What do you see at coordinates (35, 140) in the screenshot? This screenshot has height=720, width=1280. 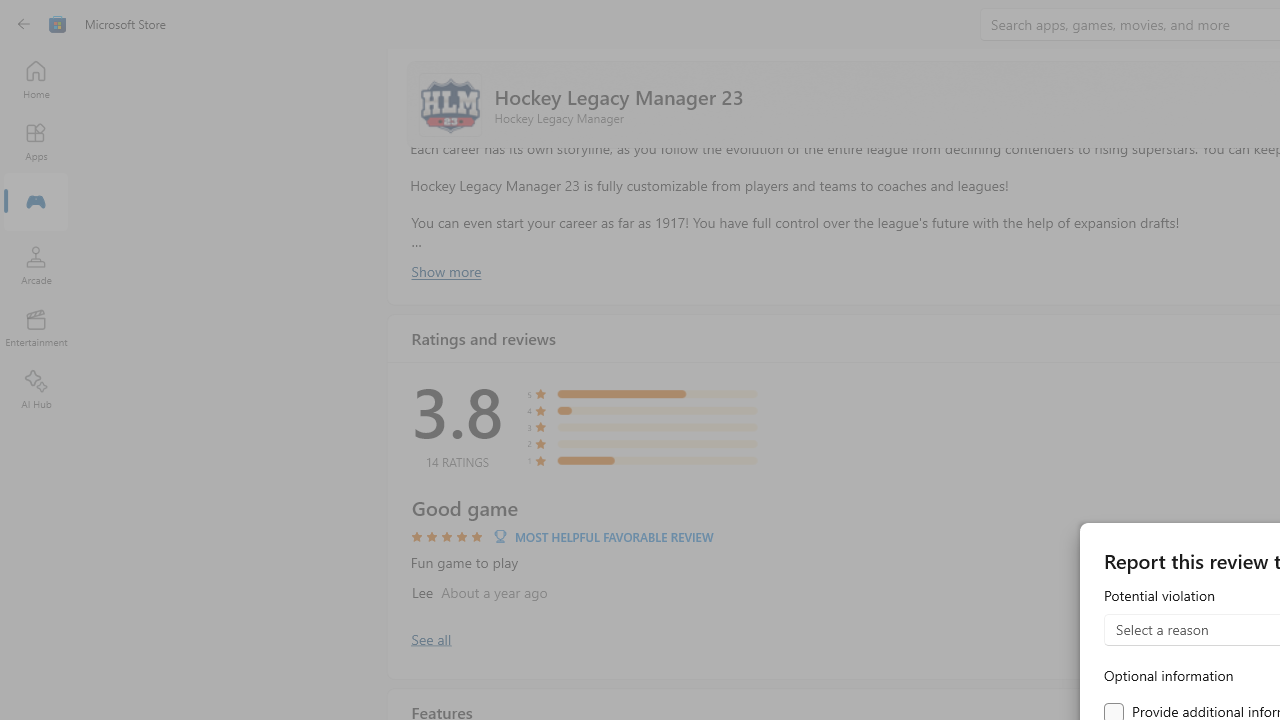 I see `'Apps'` at bounding box center [35, 140].